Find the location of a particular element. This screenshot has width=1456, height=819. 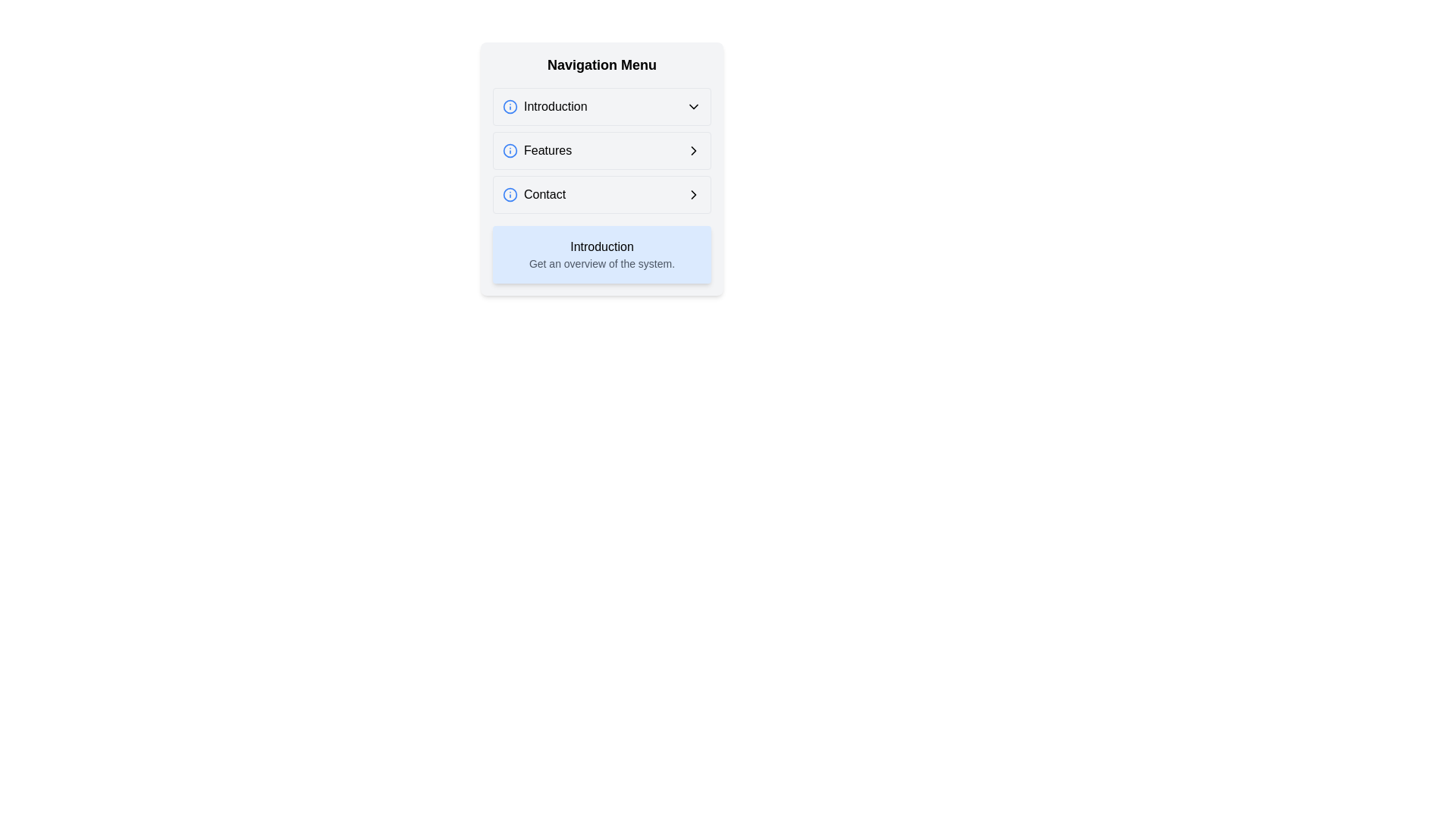

the second item in the 'Navigation Menu' is located at coordinates (537, 151).